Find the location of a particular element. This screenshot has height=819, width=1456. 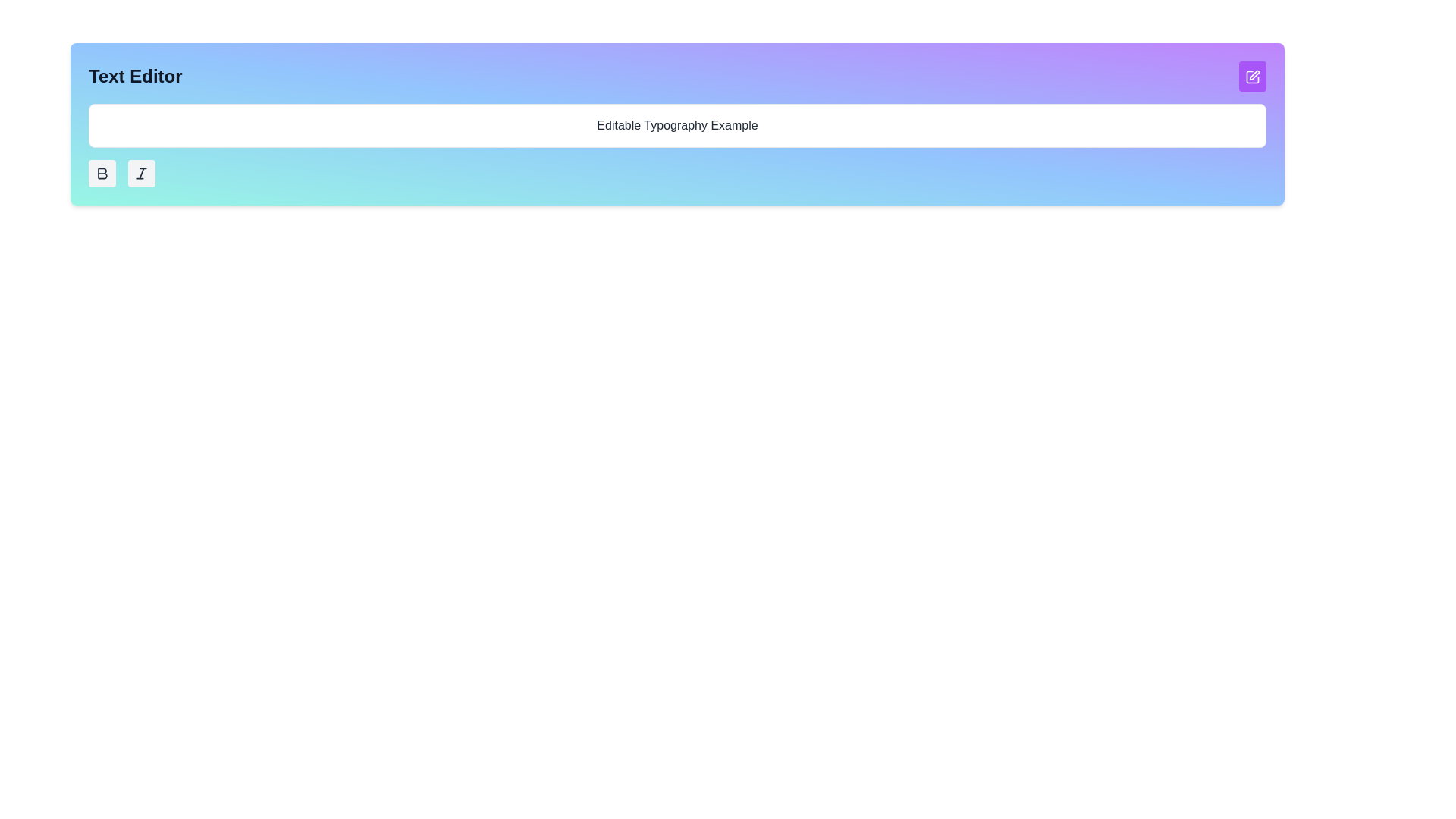

the diagonal line in the SVG graphic of the italic icon located in the second button from the left in the toolbar below the 'Text Editor' label is located at coordinates (142, 172).